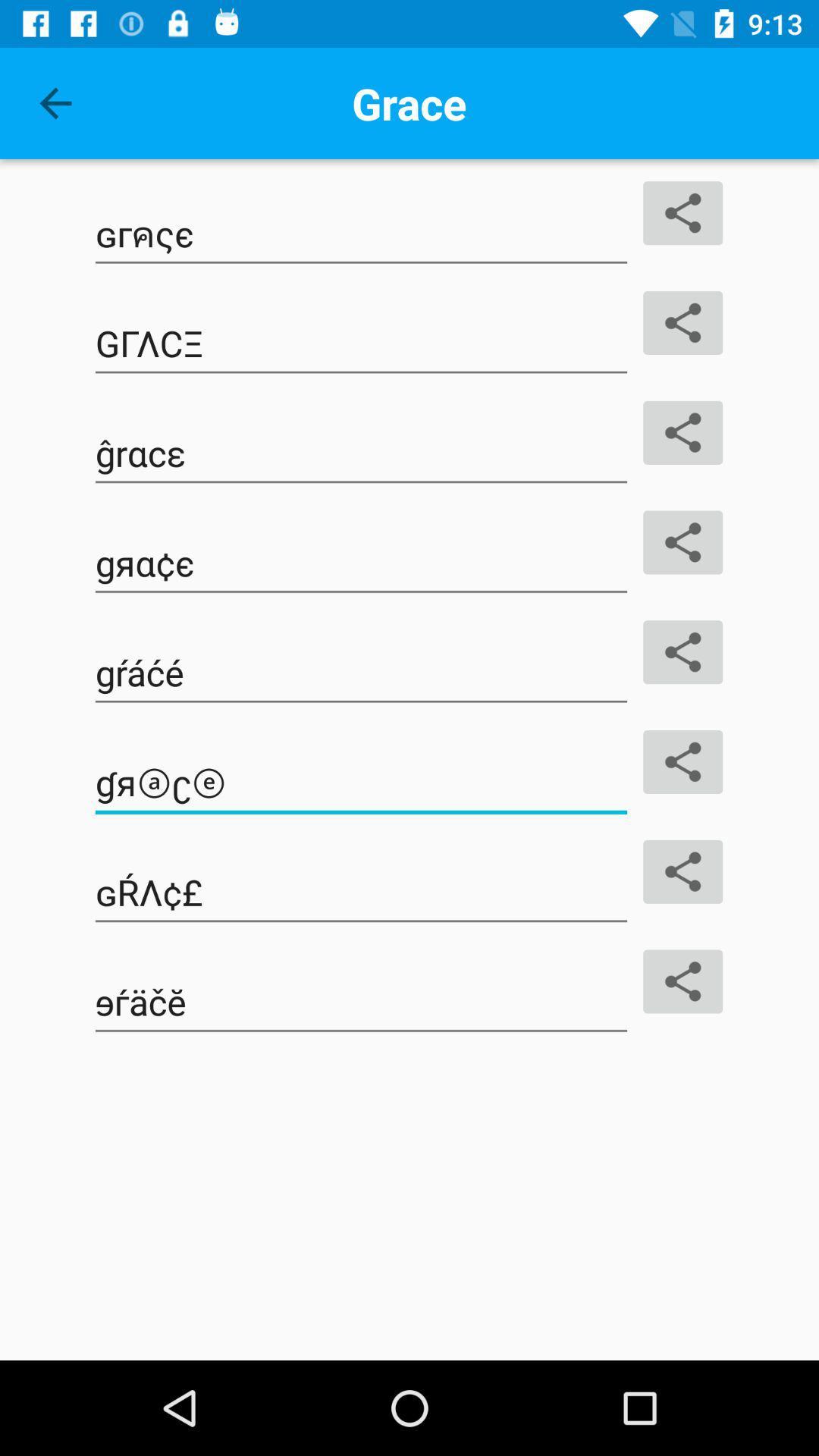  Describe the element at coordinates (362, 783) in the screenshot. I see `the text which is on the sixth line` at that location.